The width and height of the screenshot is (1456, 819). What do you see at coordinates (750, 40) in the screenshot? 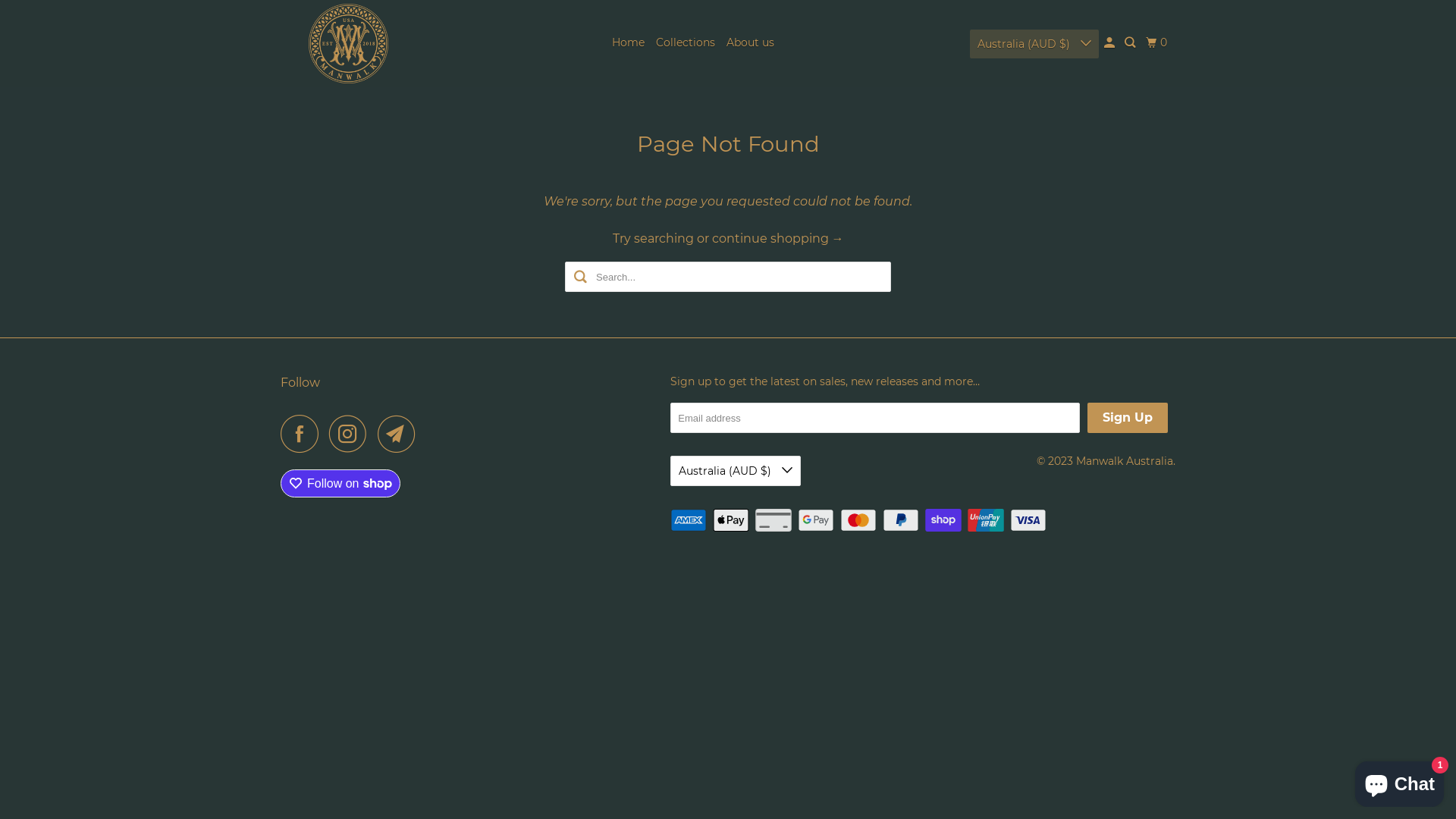
I see `'About us'` at bounding box center [750, 40].